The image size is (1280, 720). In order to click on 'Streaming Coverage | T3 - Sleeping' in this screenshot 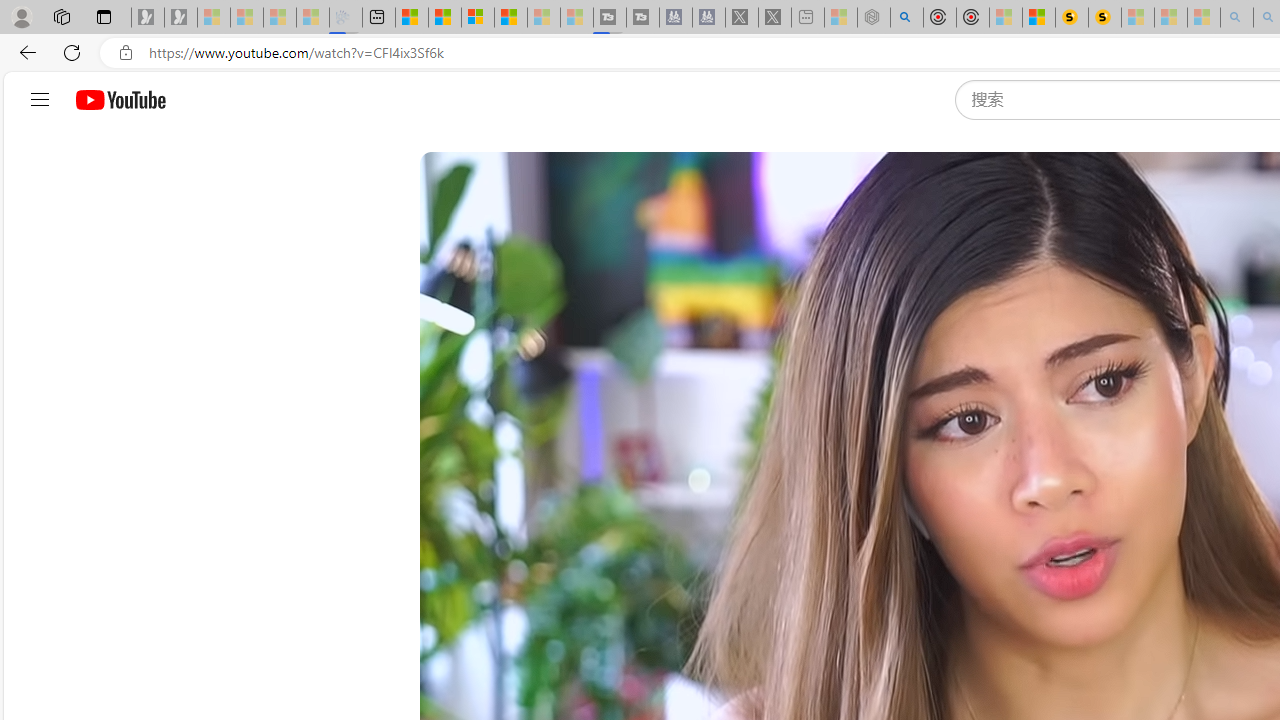, I will do `click(608, 17)`.